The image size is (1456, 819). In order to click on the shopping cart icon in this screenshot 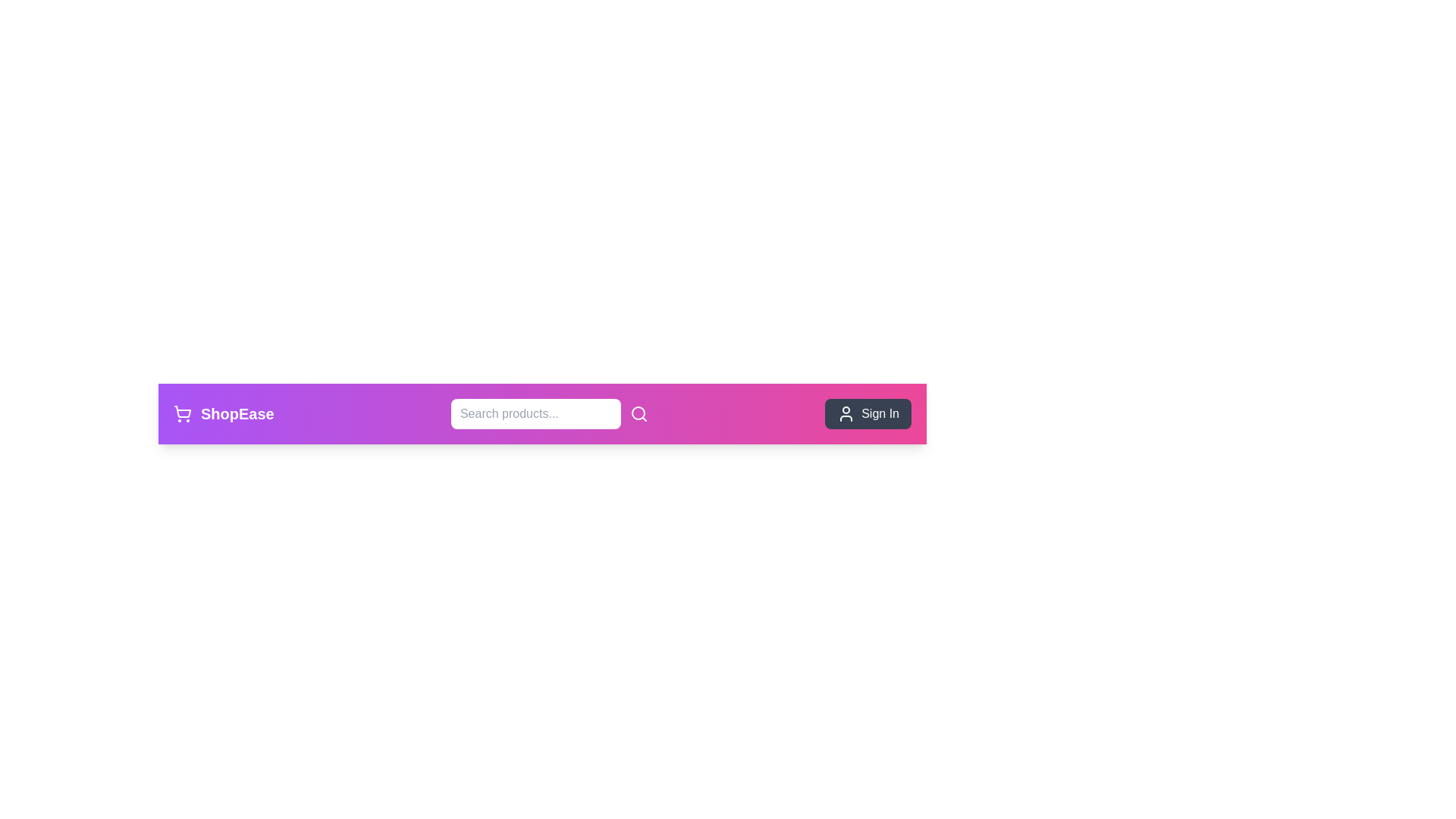, I will do `click(182, 414)`.